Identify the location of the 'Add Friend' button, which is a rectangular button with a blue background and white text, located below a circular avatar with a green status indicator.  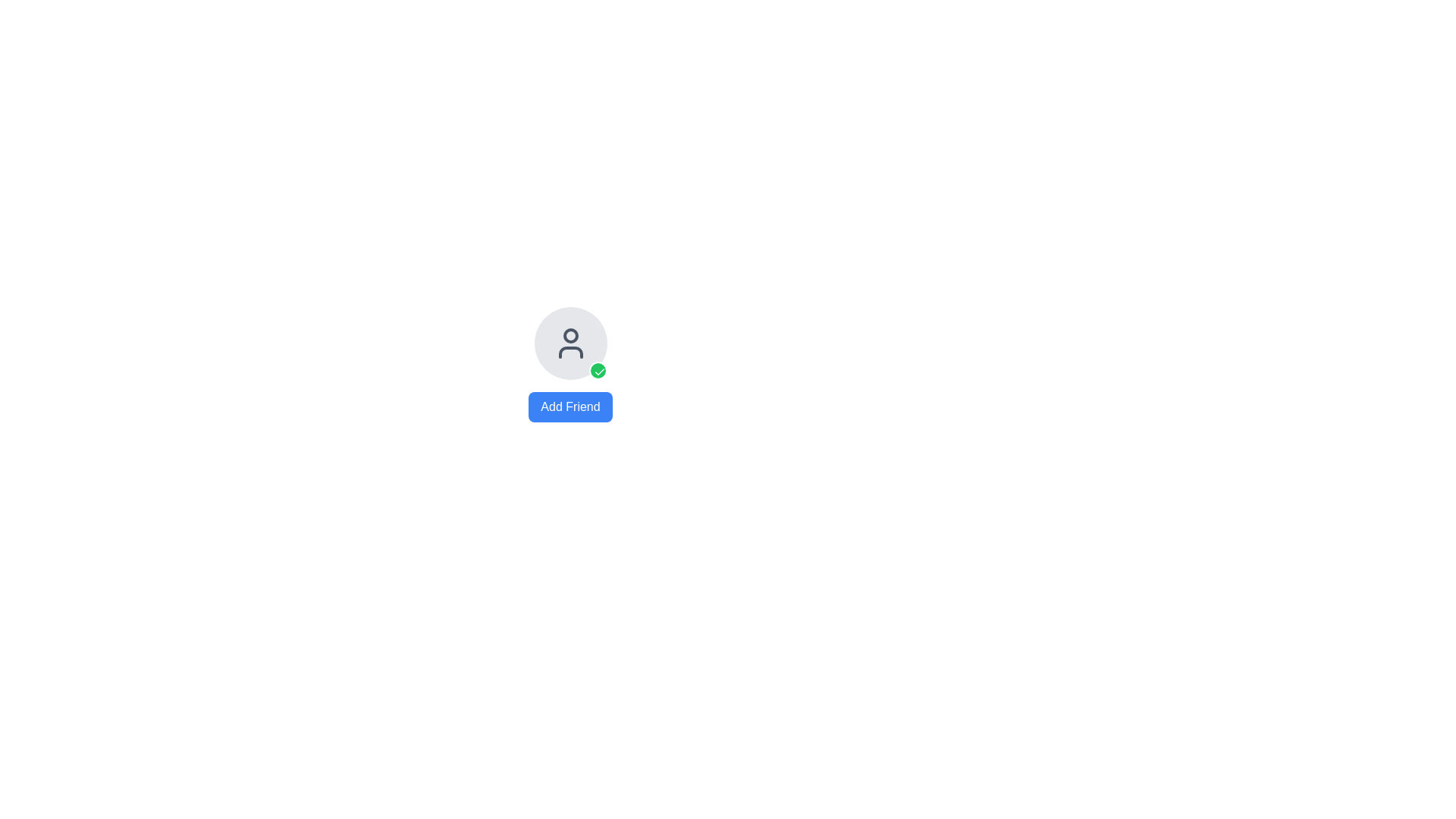
(570, 406).